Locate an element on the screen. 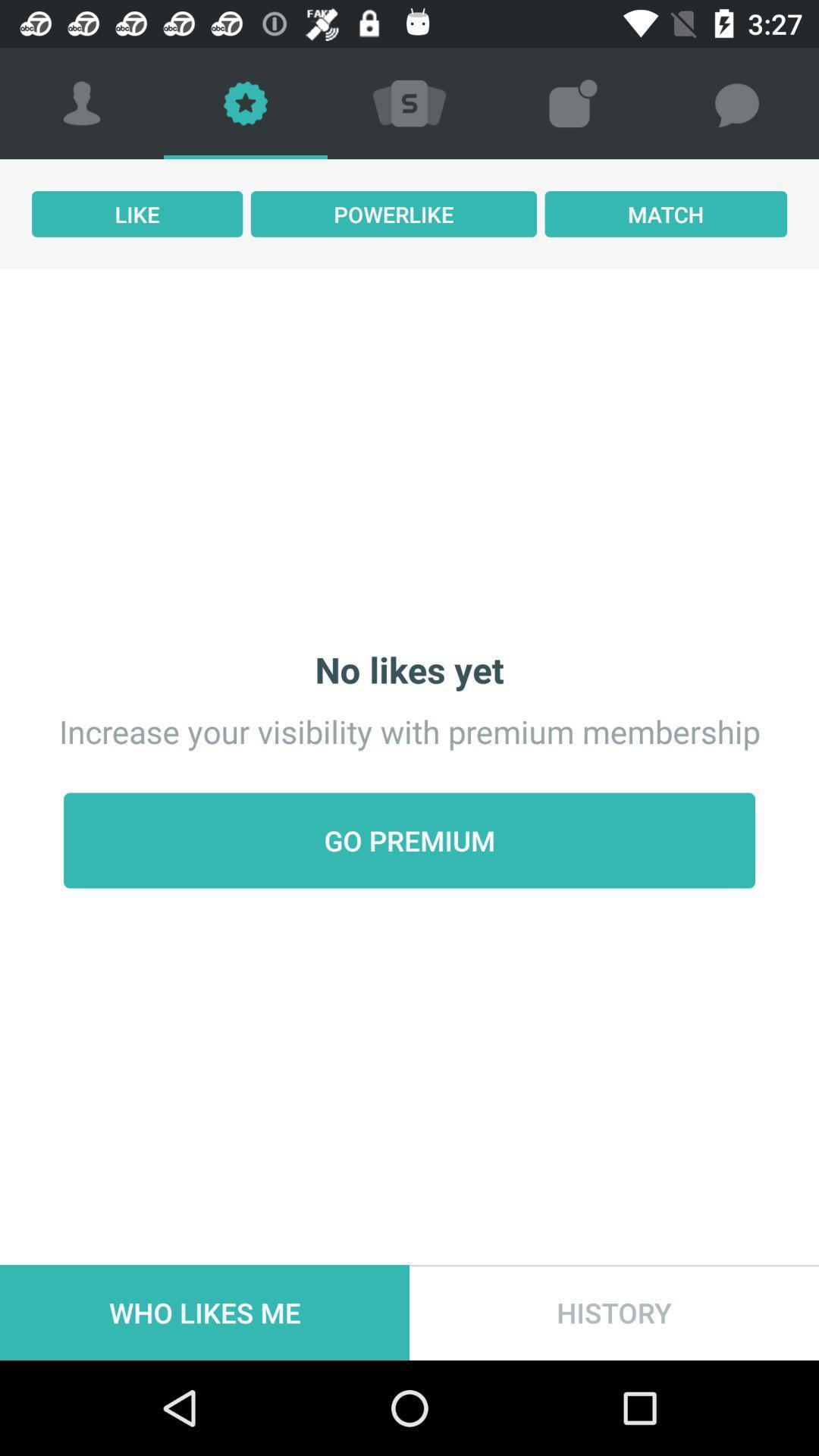 This screenshot has width=819, height=1456. the icon above who likes me icon is located at coordinates (409, 839).